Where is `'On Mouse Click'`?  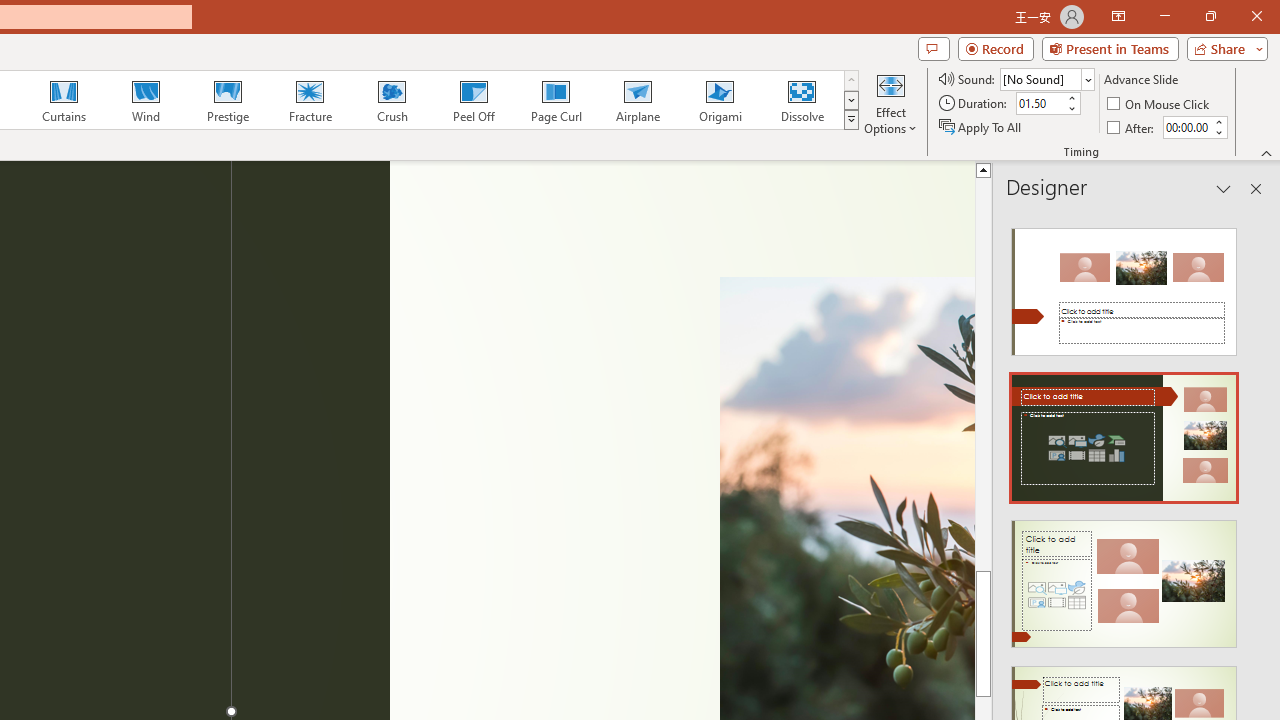
'On Mouse Click' is located at coordinates (1159, 103).